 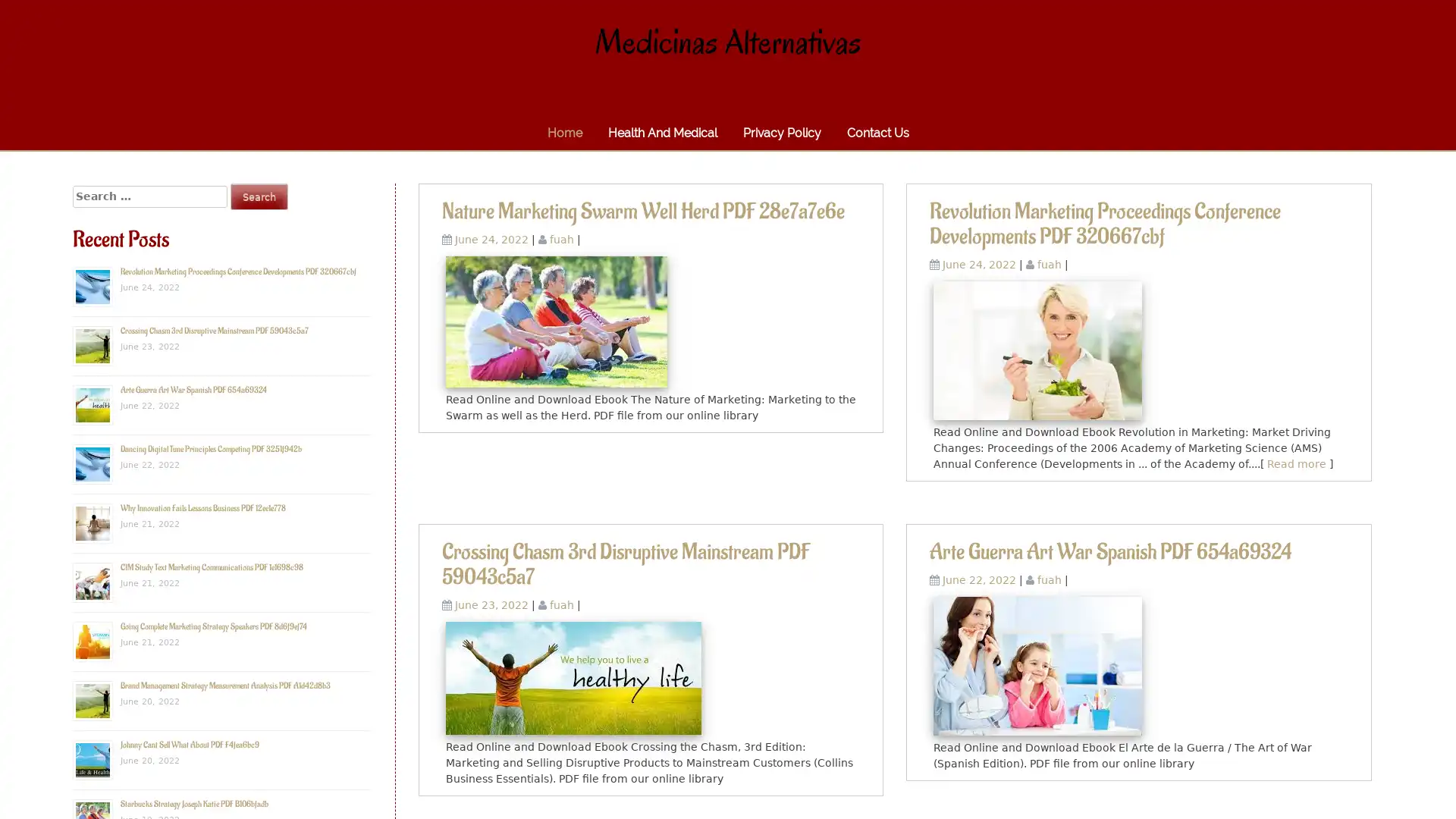 What do you see at coordinates (259, 196) in the screenshot?
I see `Search` at bounding box center [259, 196].